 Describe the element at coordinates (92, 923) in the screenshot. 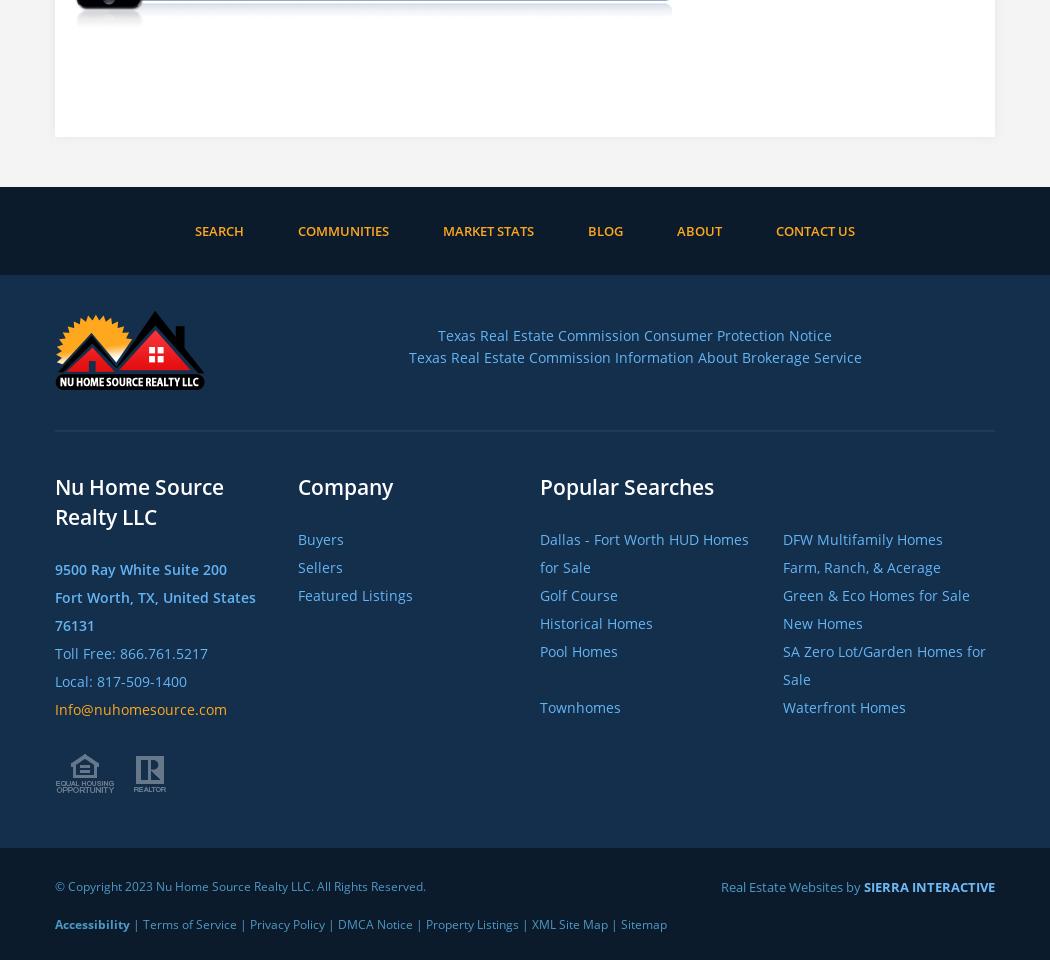

I see `'Accessibility'` at that location.